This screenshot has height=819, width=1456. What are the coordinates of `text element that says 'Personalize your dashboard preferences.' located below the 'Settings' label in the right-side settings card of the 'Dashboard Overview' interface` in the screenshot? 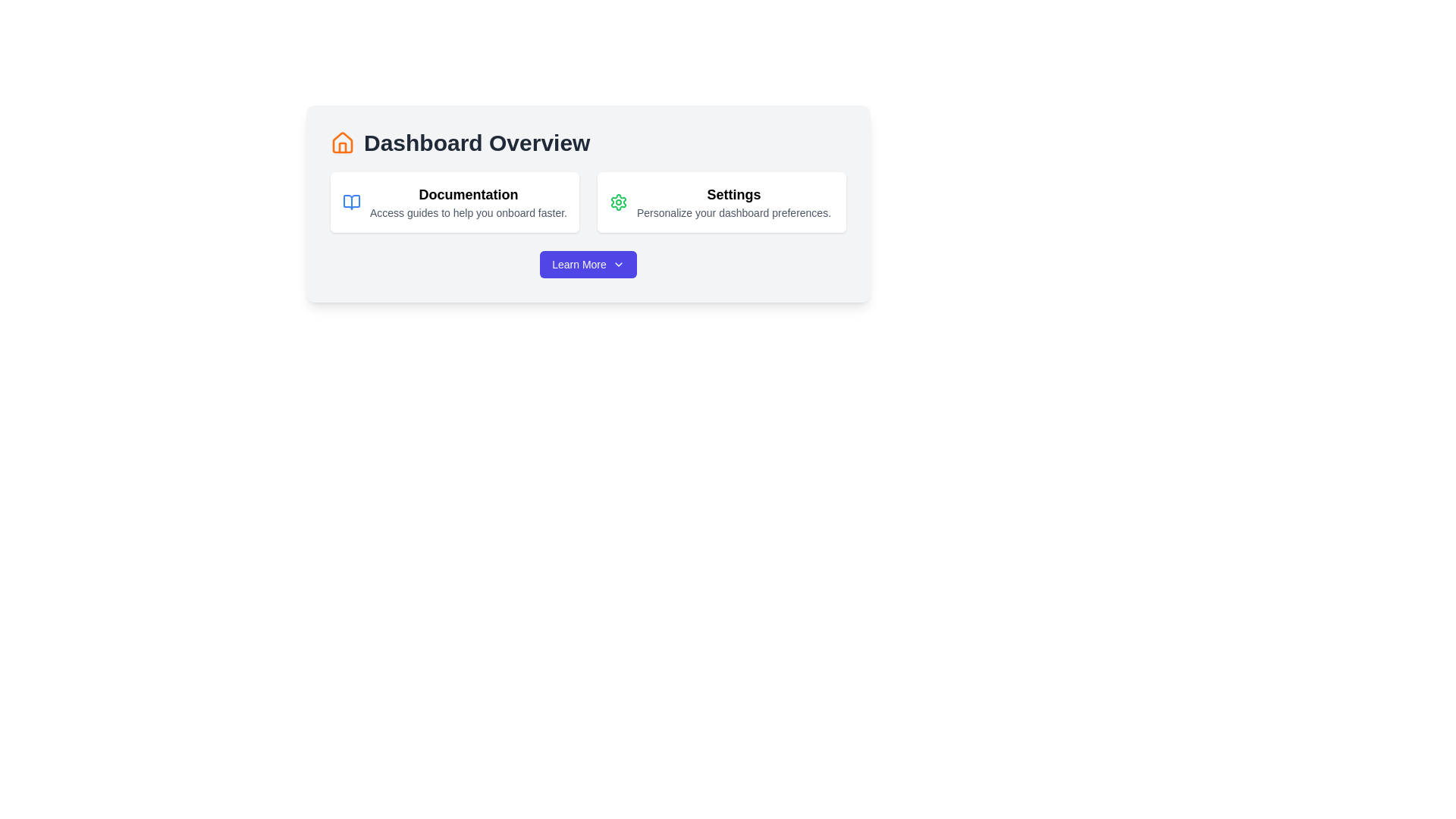 It's located at (734, 213).